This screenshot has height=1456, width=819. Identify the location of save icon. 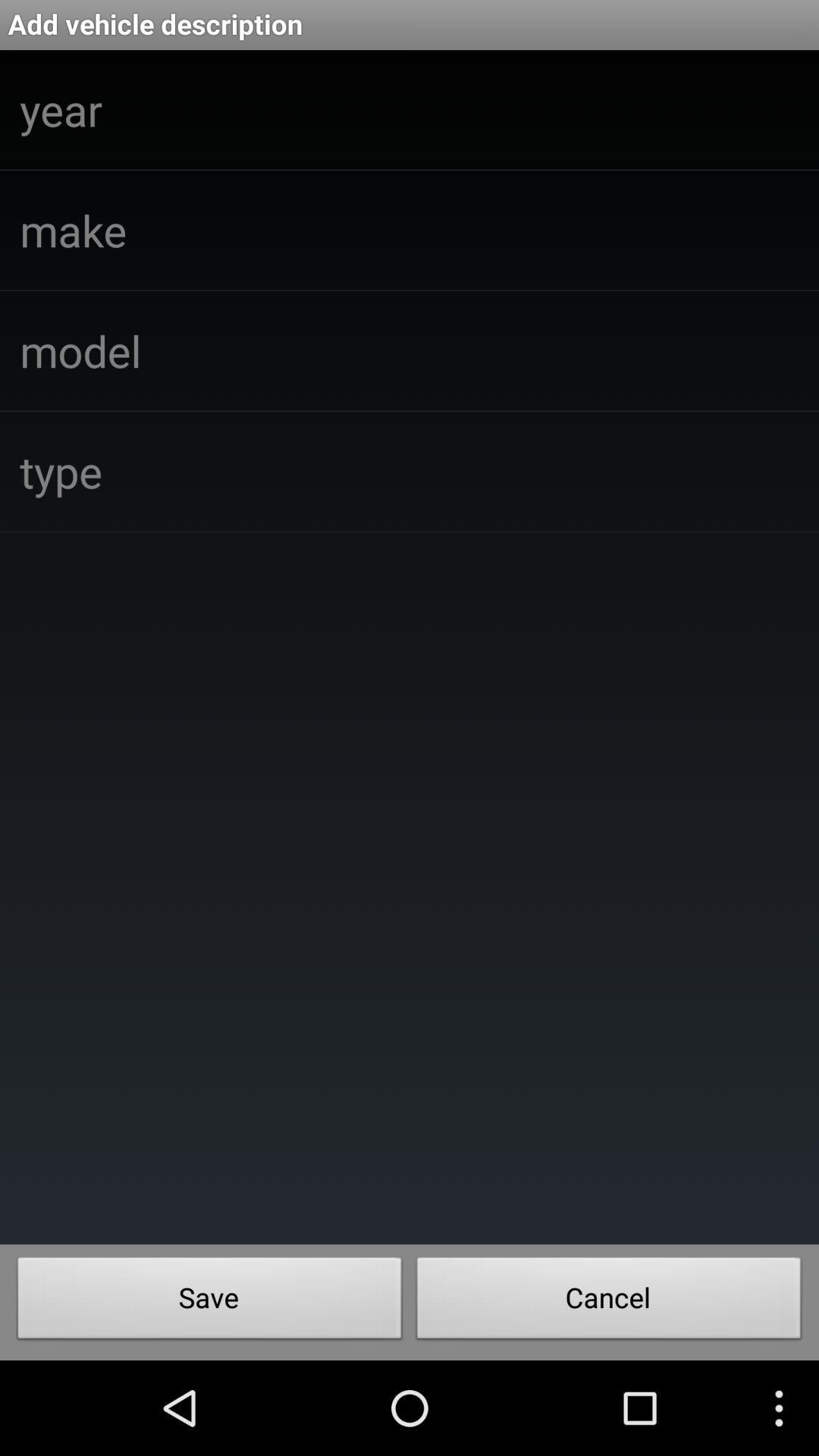
(209, 1301).